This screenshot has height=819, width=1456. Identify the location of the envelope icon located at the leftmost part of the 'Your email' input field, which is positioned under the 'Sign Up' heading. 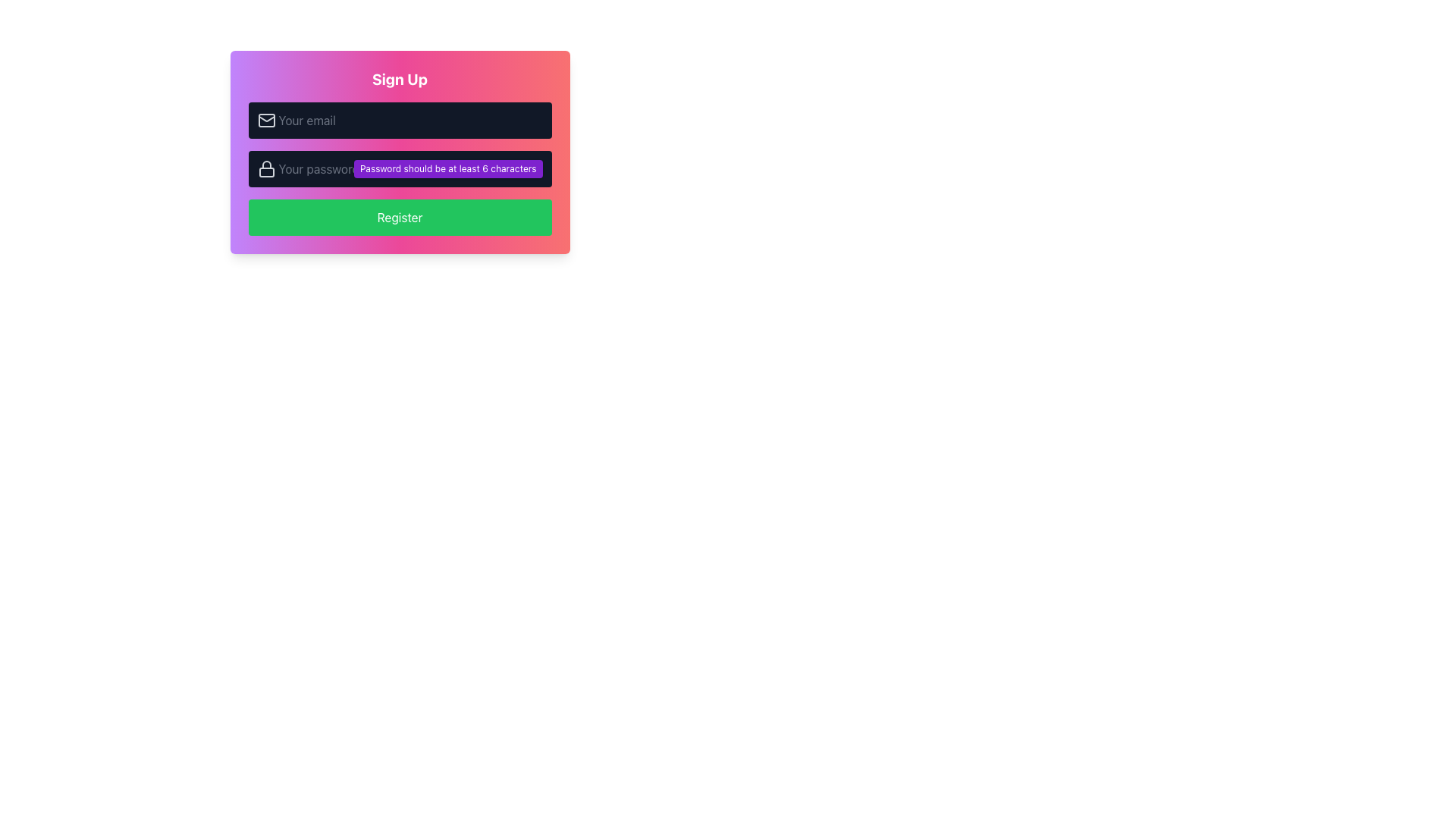
(266, 119).